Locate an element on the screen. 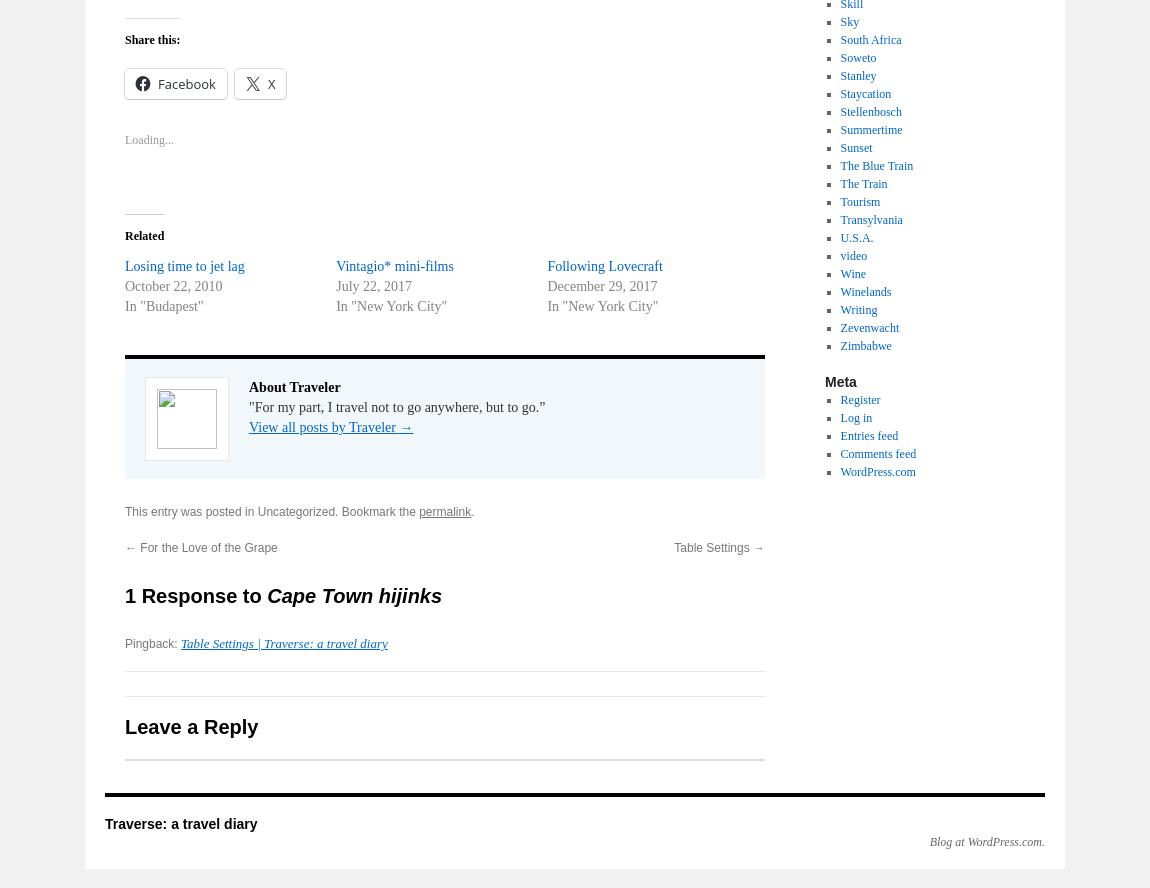  'Zimbabwe' is located at coordinates (838, 345).